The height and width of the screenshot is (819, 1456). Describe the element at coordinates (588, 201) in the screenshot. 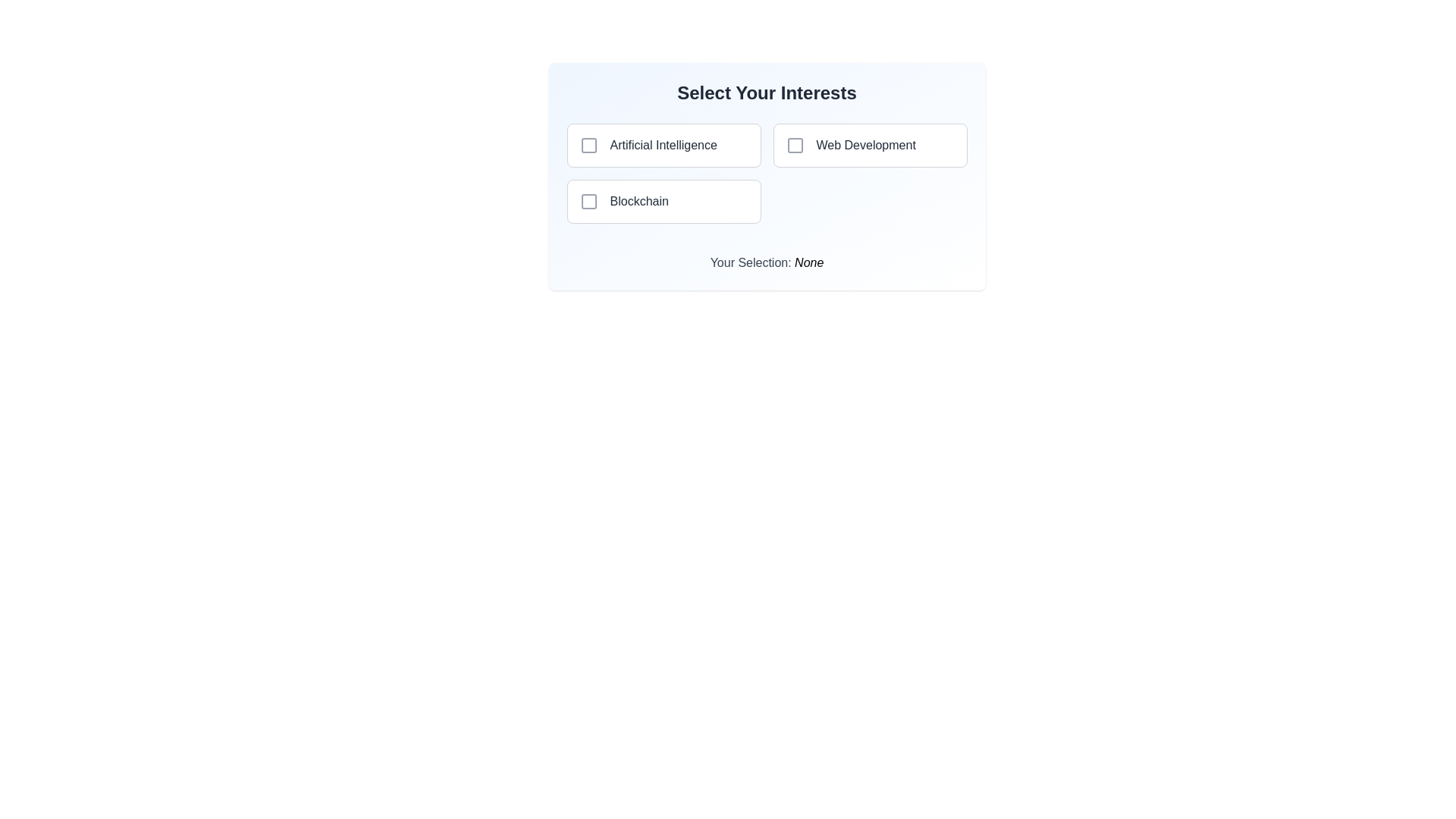

I see `the checkbox for the 'Blockchain' interest` at that location.